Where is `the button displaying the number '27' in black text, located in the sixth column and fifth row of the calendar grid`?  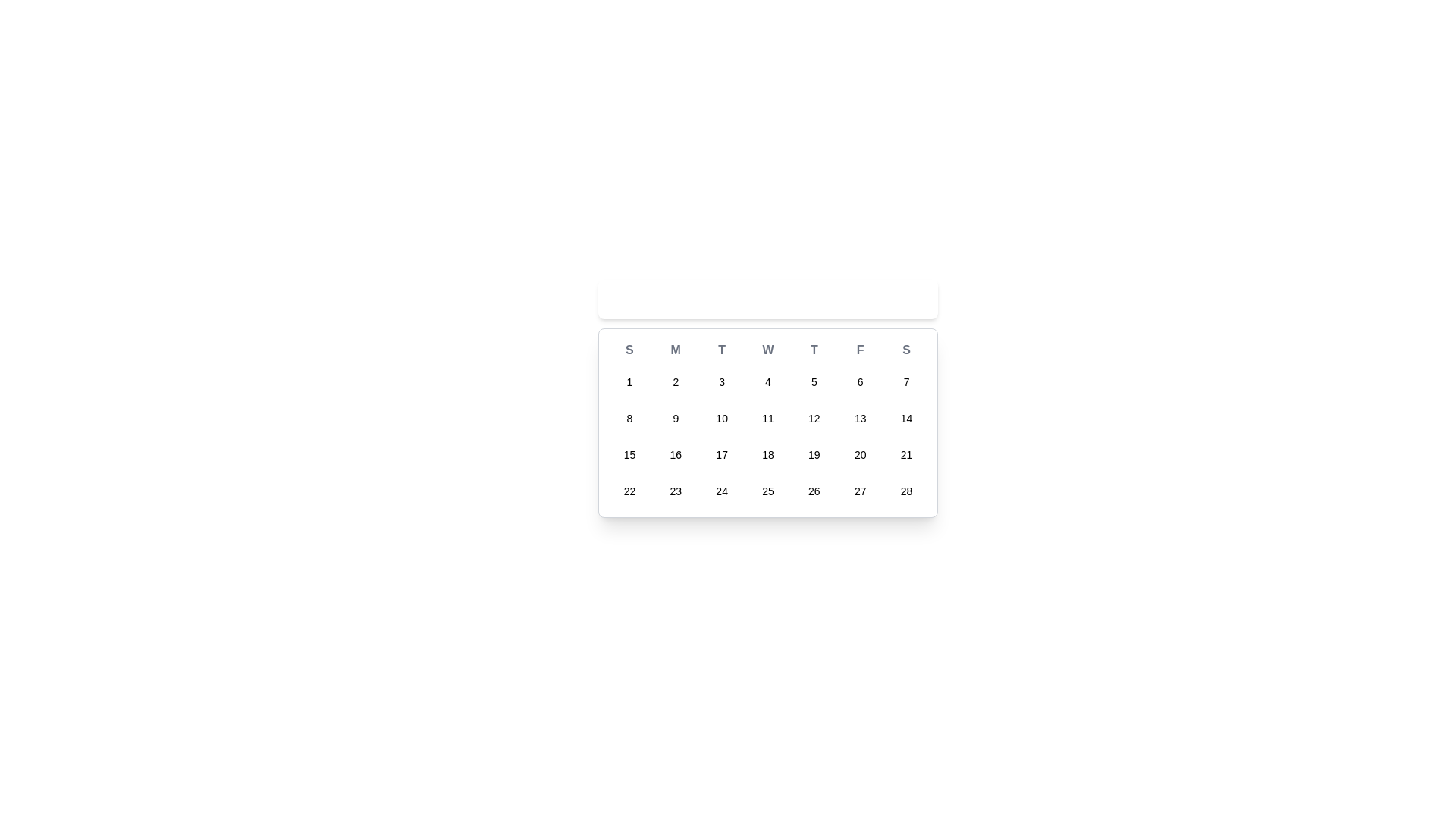
the button displaying the number '27' in black text, located in the sixth column and fifth row of the calendar grid is located at coordinates (860, 491).